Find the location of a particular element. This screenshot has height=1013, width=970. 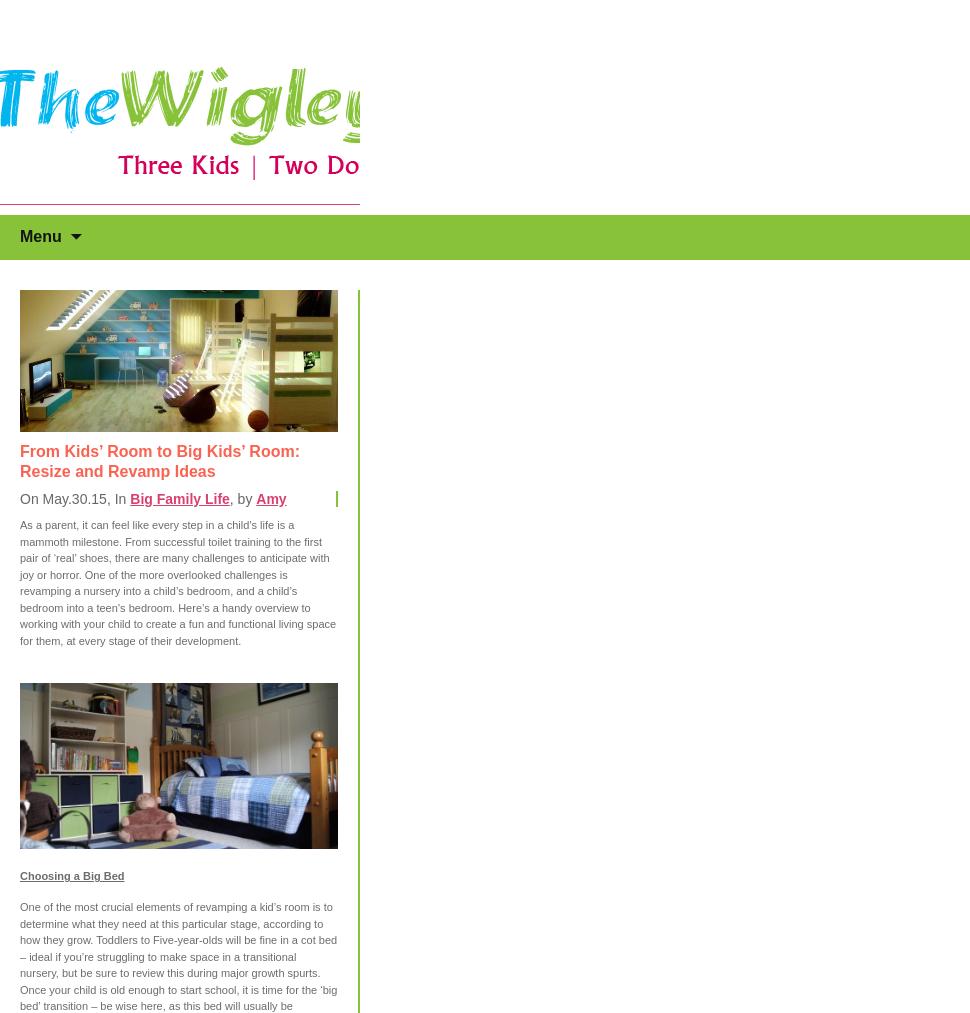

'Amy' is located at coordinates (270, 498).